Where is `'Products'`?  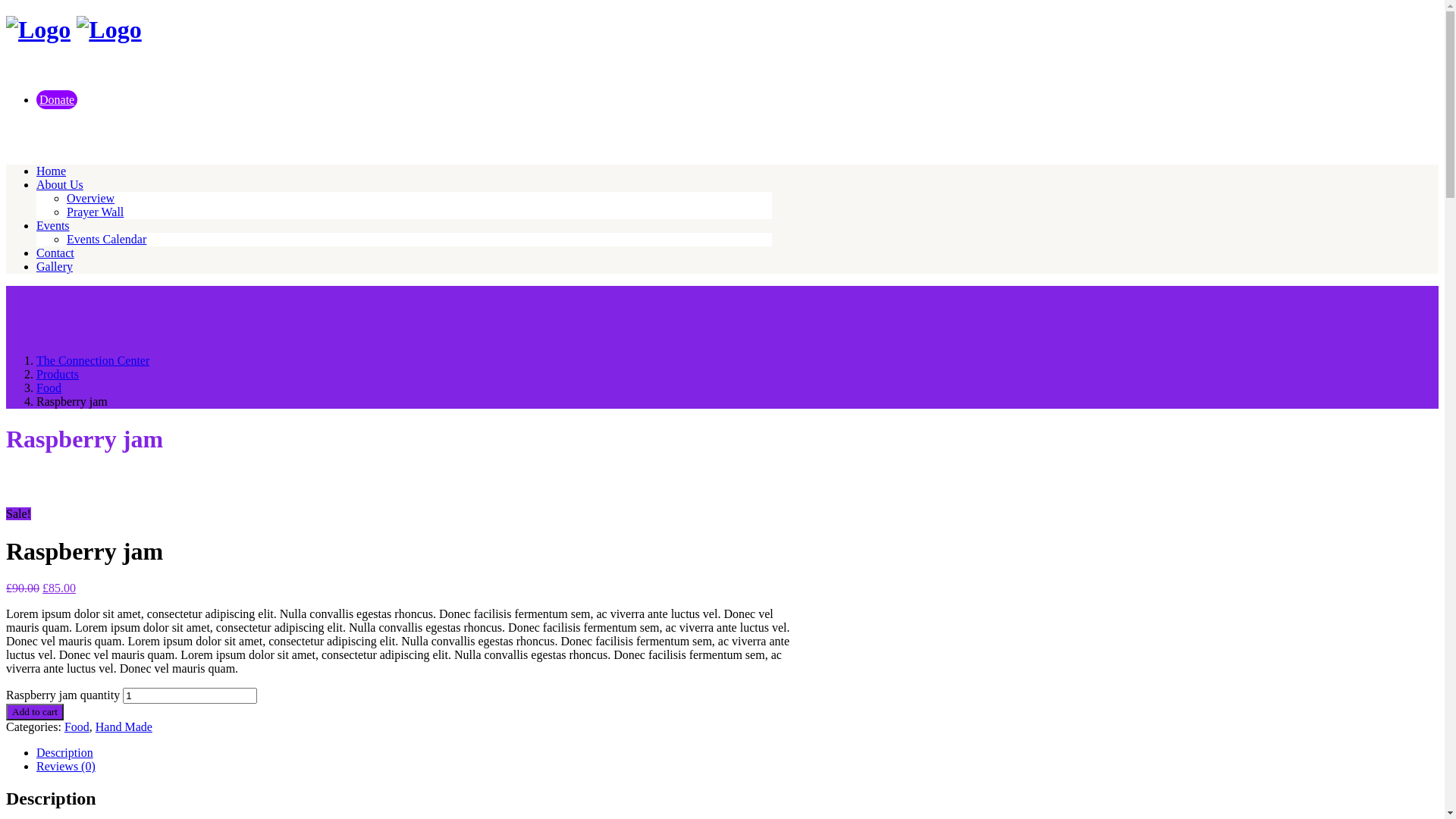 'Products' is located at coordinates (58, 374).